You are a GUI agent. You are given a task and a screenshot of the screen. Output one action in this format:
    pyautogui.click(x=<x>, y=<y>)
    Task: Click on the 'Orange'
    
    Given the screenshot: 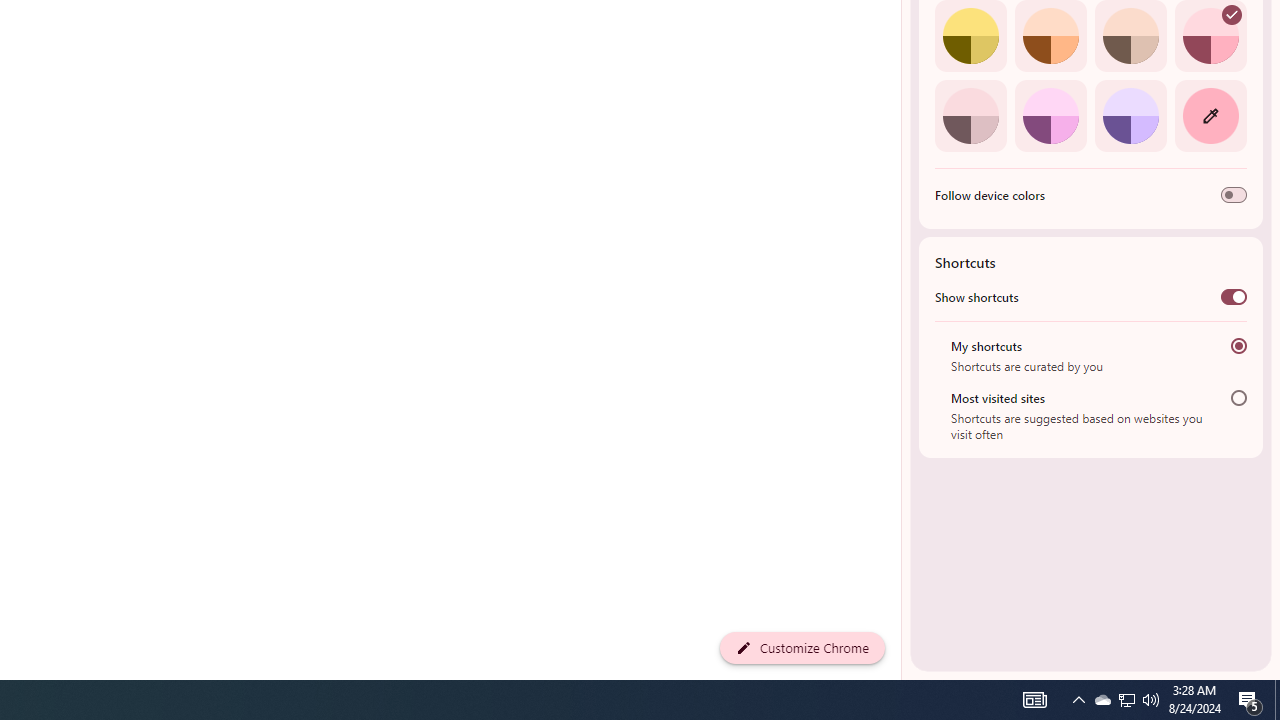 What is the action you would take?
    pyautogui.click(x=1049, y=36)
    